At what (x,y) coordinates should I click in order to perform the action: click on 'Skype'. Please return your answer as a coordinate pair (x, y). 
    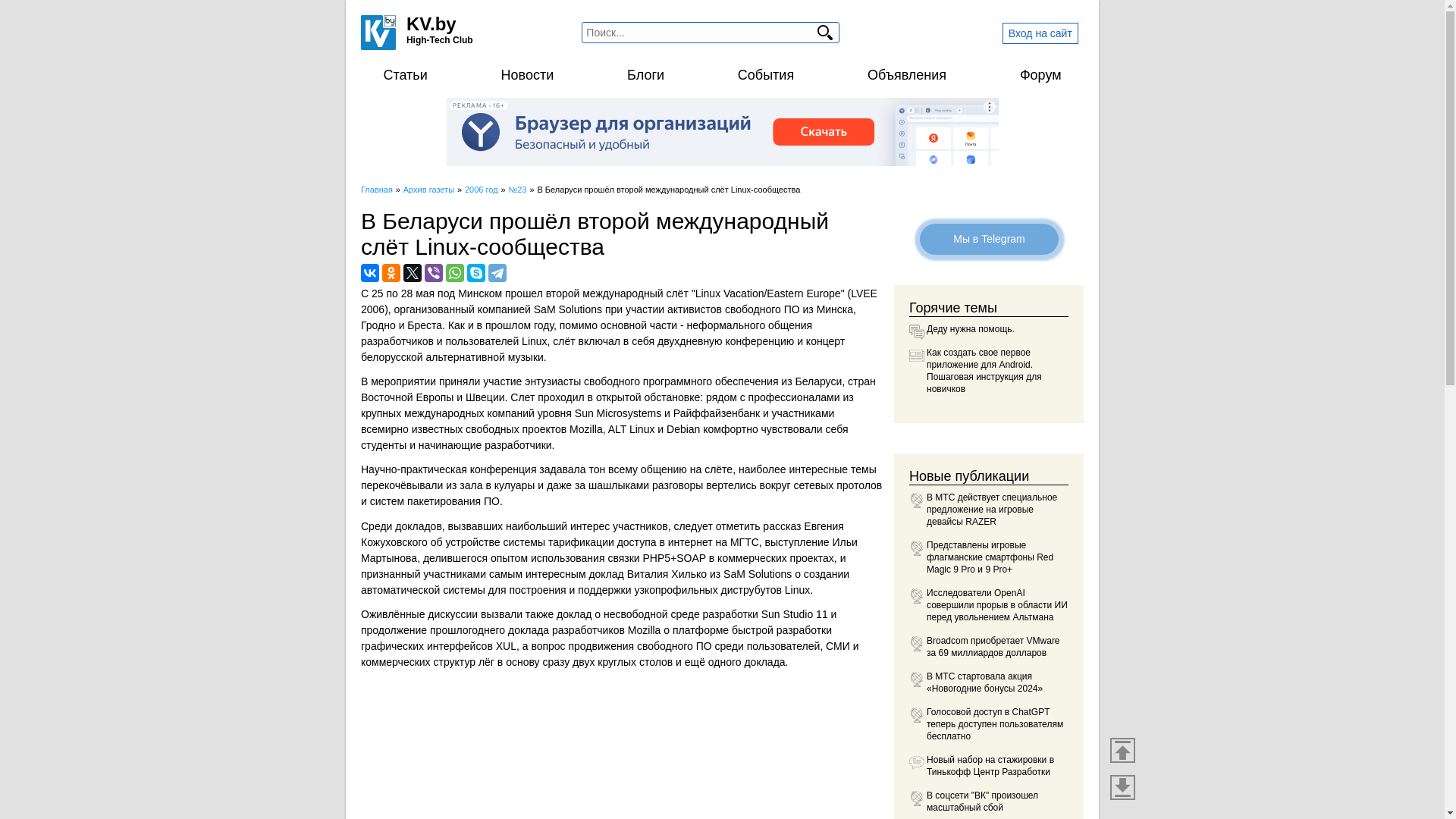
    Looking at the image, I should click on (475, 271).